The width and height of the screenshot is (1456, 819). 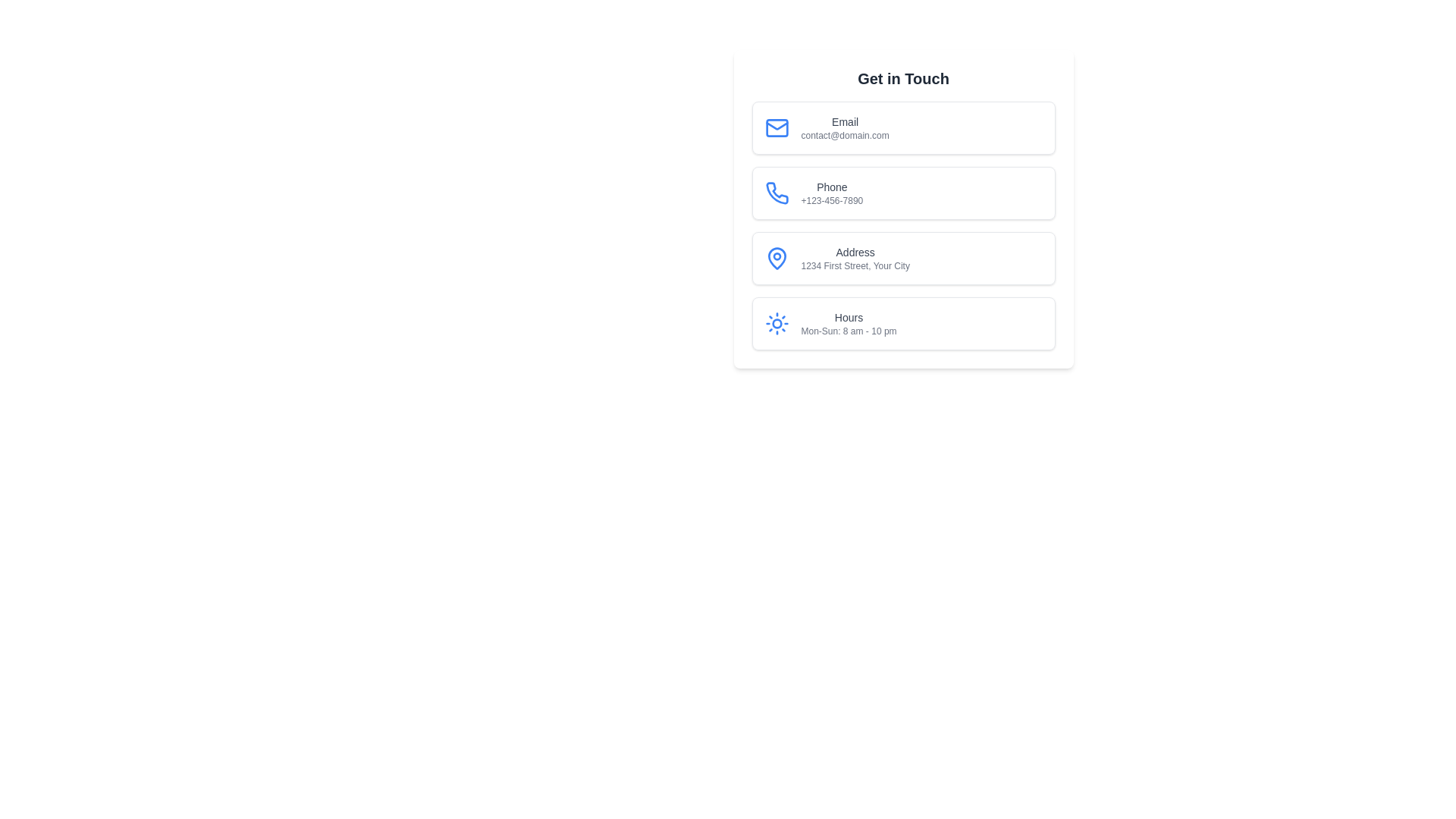 What do you see at coordinates (831, 186) in the screenshot?
I see `the 'Phone' text label, which is styled in gray font and serves as a label for the telephone number '+123-456-7890' located in the contact information list` at bounding box center [831, 186].